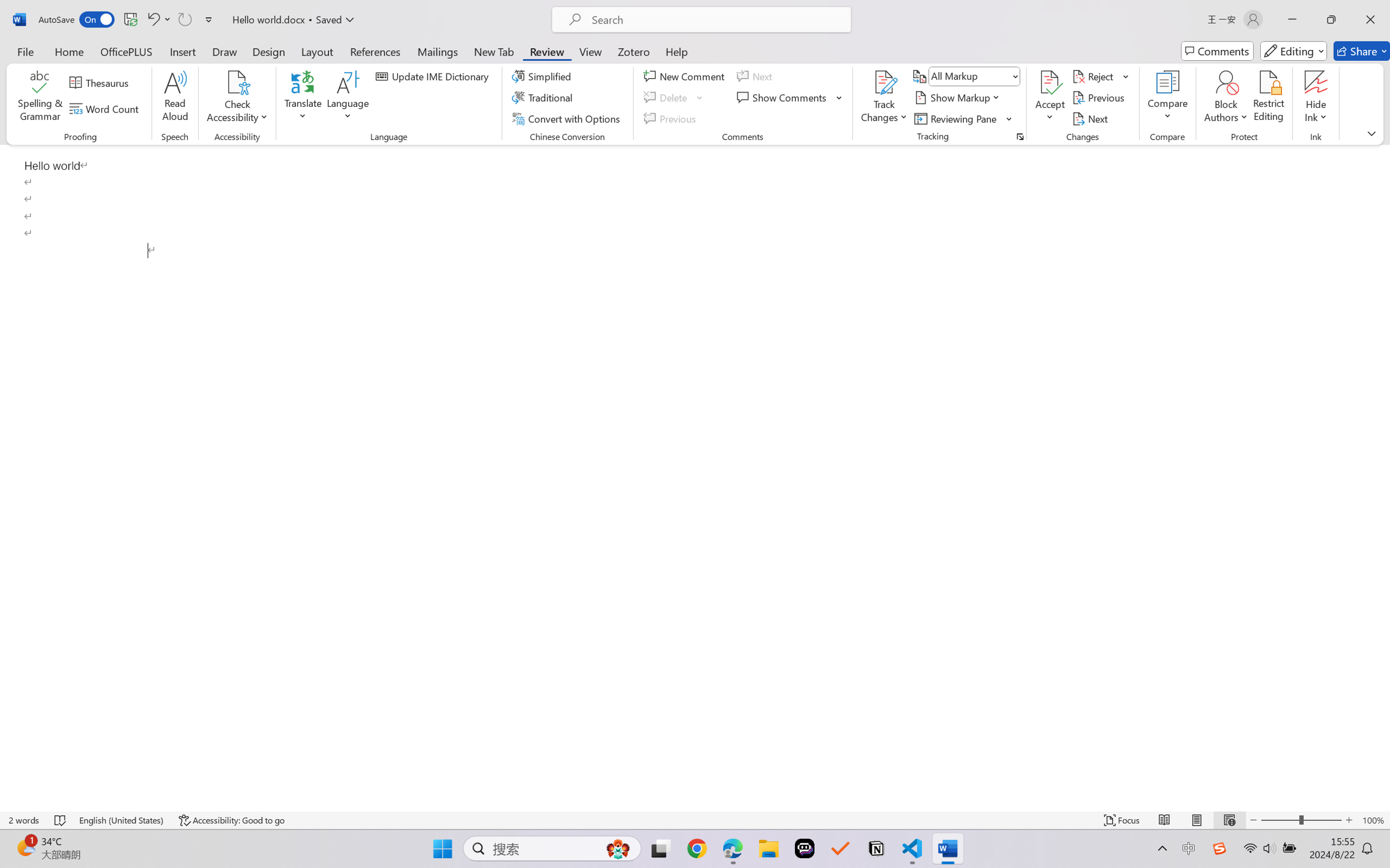 The image size is (1390, 868). I want to click on 'Undo Click and Type Formatting', so click(152, 19).